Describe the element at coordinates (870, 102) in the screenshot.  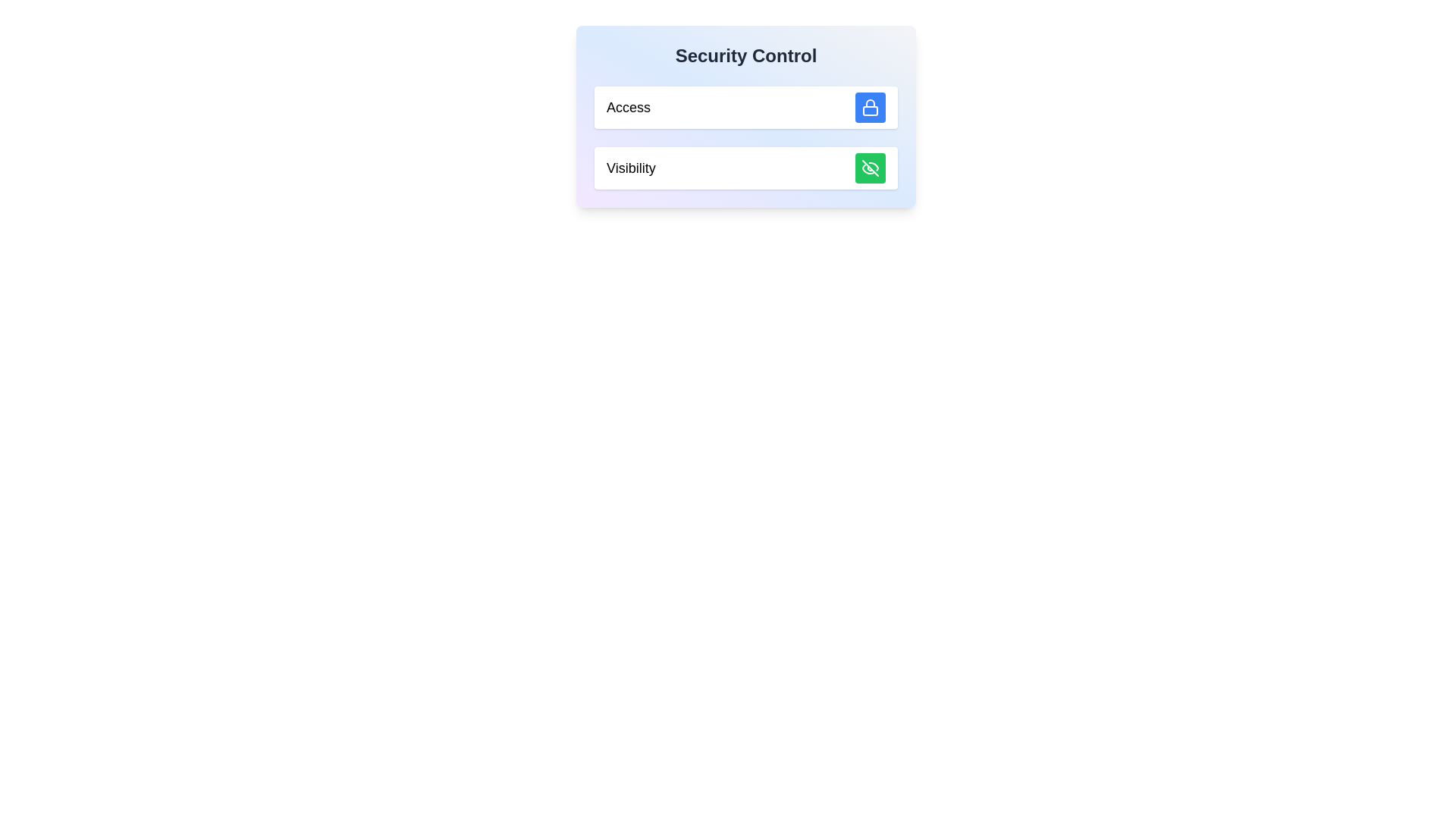
I see `the handle of the lock icon located to the right of the 'Access' label in the security control box` at that location.